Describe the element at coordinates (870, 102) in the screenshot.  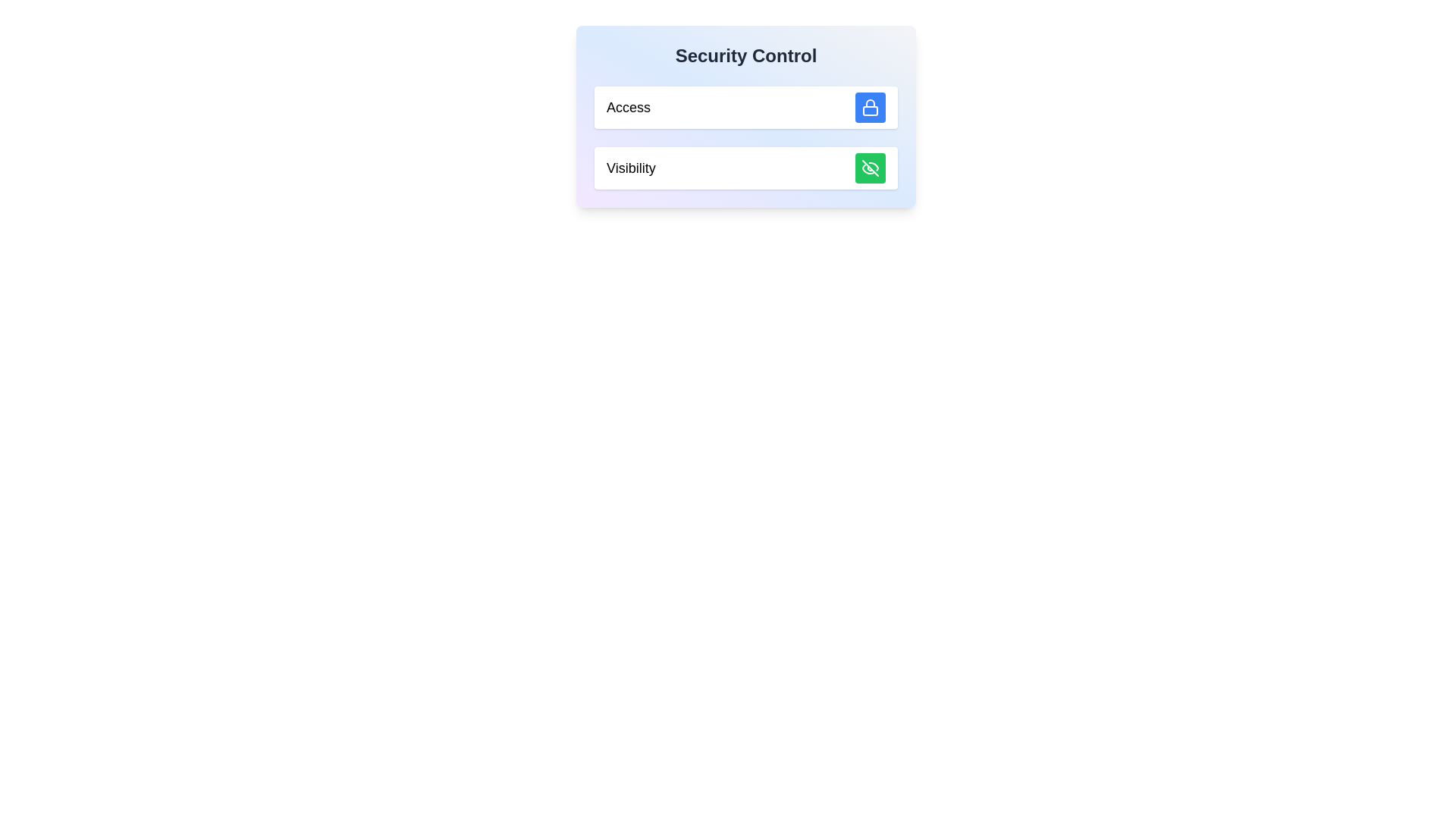
I see `the handle of the lock icon located to the right of the 'Access' label in the security control box` at that location.